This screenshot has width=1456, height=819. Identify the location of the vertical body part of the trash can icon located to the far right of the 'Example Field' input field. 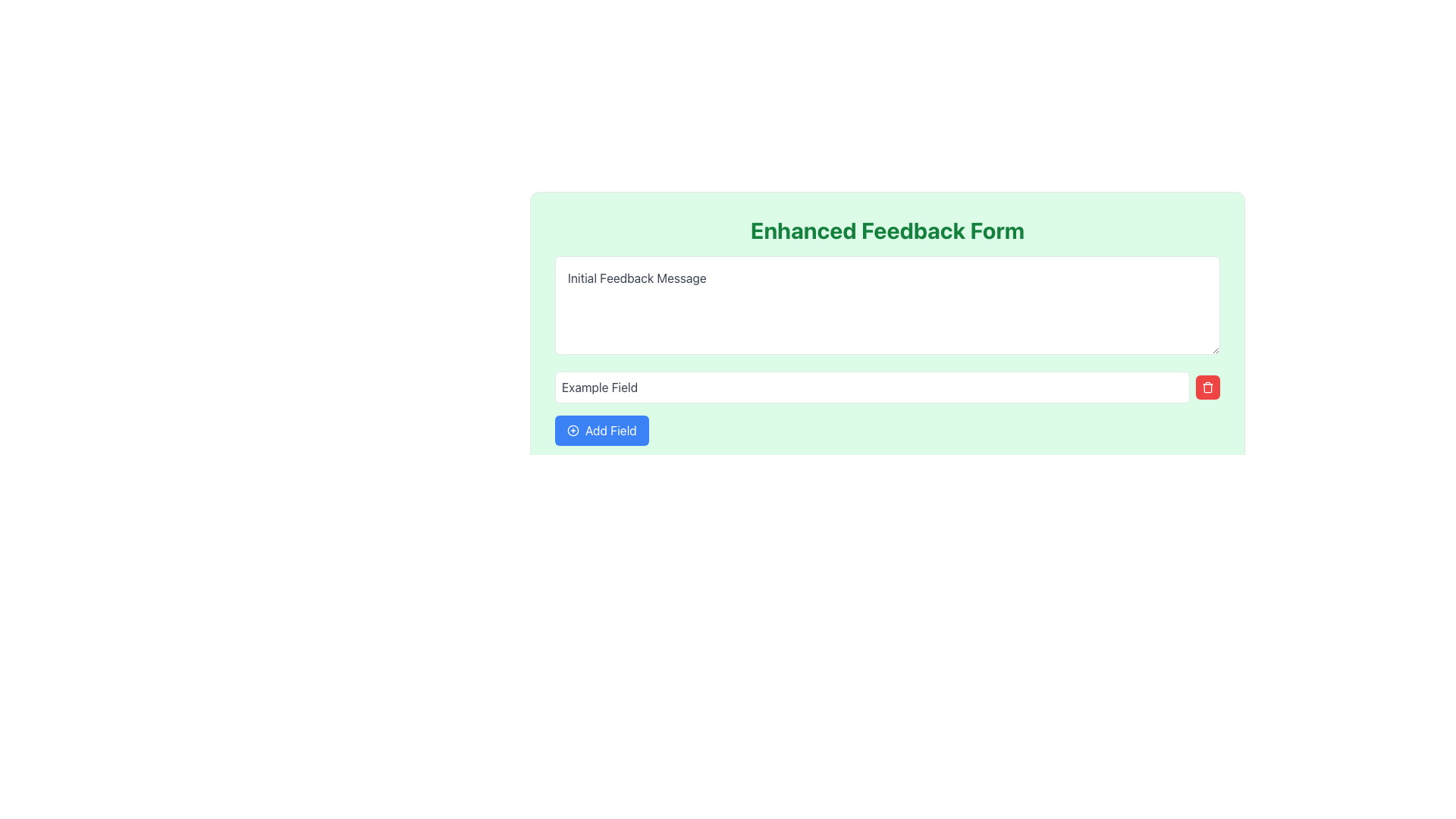
(1207, 388).